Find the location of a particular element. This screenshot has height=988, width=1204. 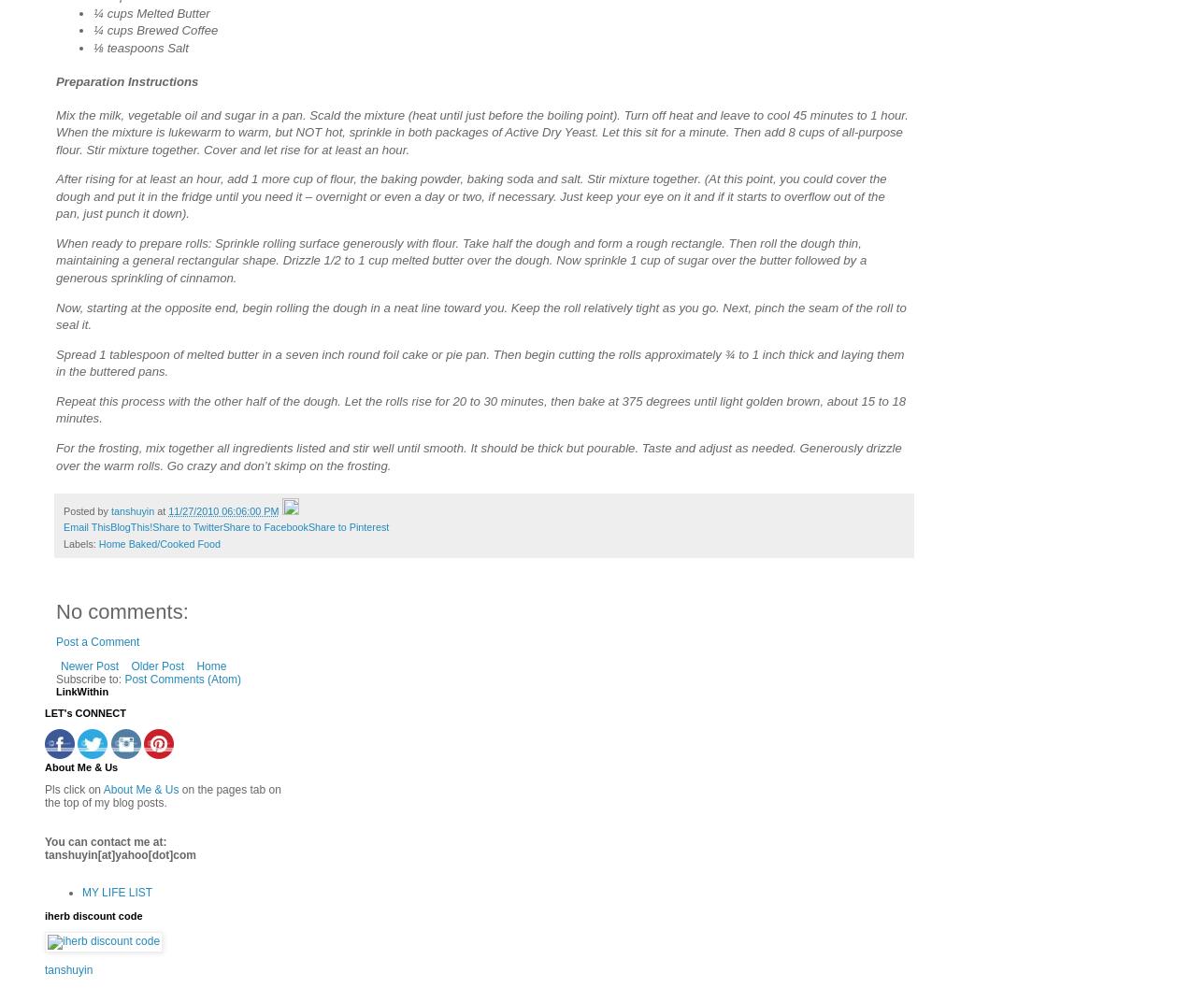

'Home' is located at coordinates (211, 664).